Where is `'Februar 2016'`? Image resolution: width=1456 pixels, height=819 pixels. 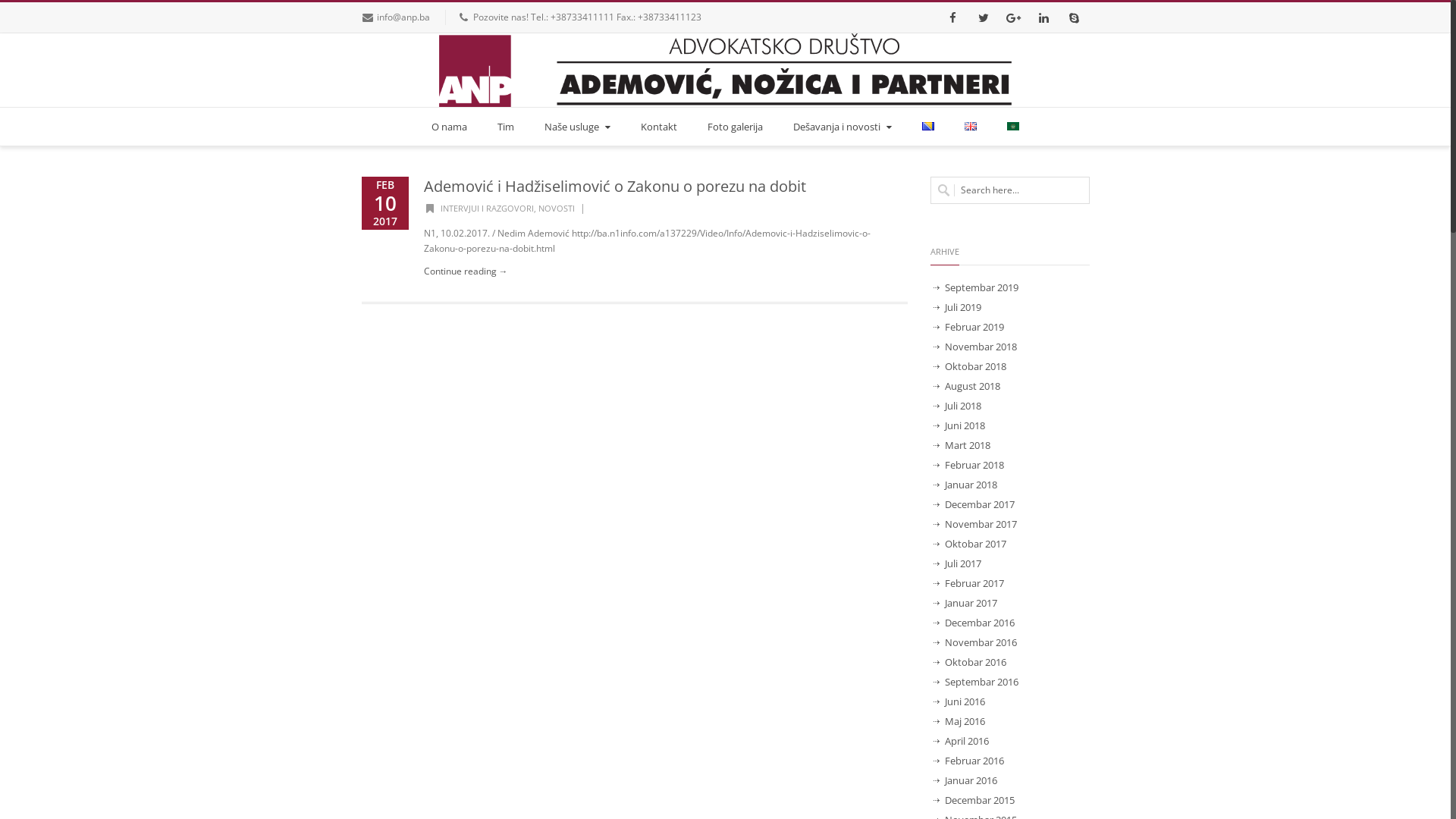 'Februar 2016' is located at coordinates (968, 760).